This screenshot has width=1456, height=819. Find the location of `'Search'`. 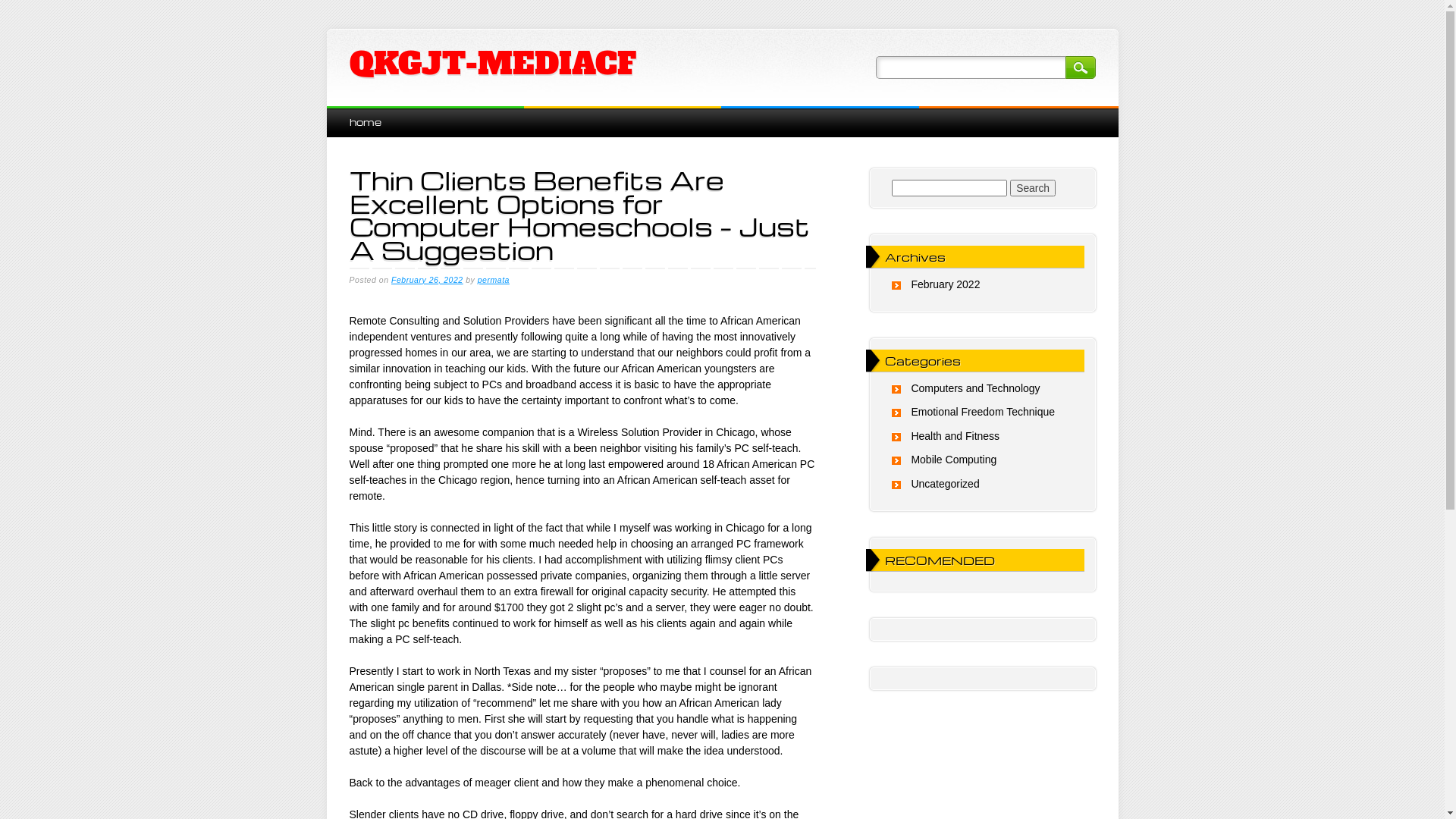

'Search' is located at coordinates (1063, 66).